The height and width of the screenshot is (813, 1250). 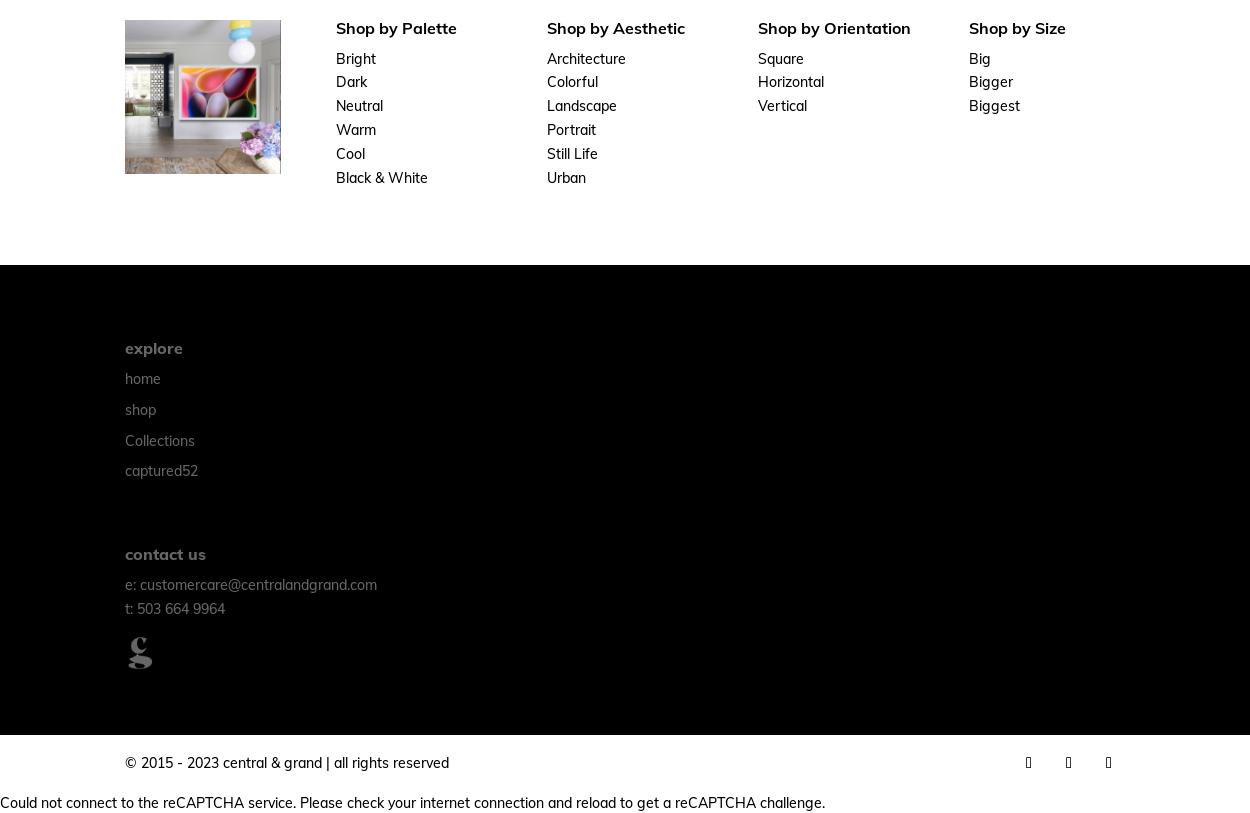 What do you see at coordinates (585, 56) in the screenshot?
I see `'Architecture'` at bounding box center [585, 56].